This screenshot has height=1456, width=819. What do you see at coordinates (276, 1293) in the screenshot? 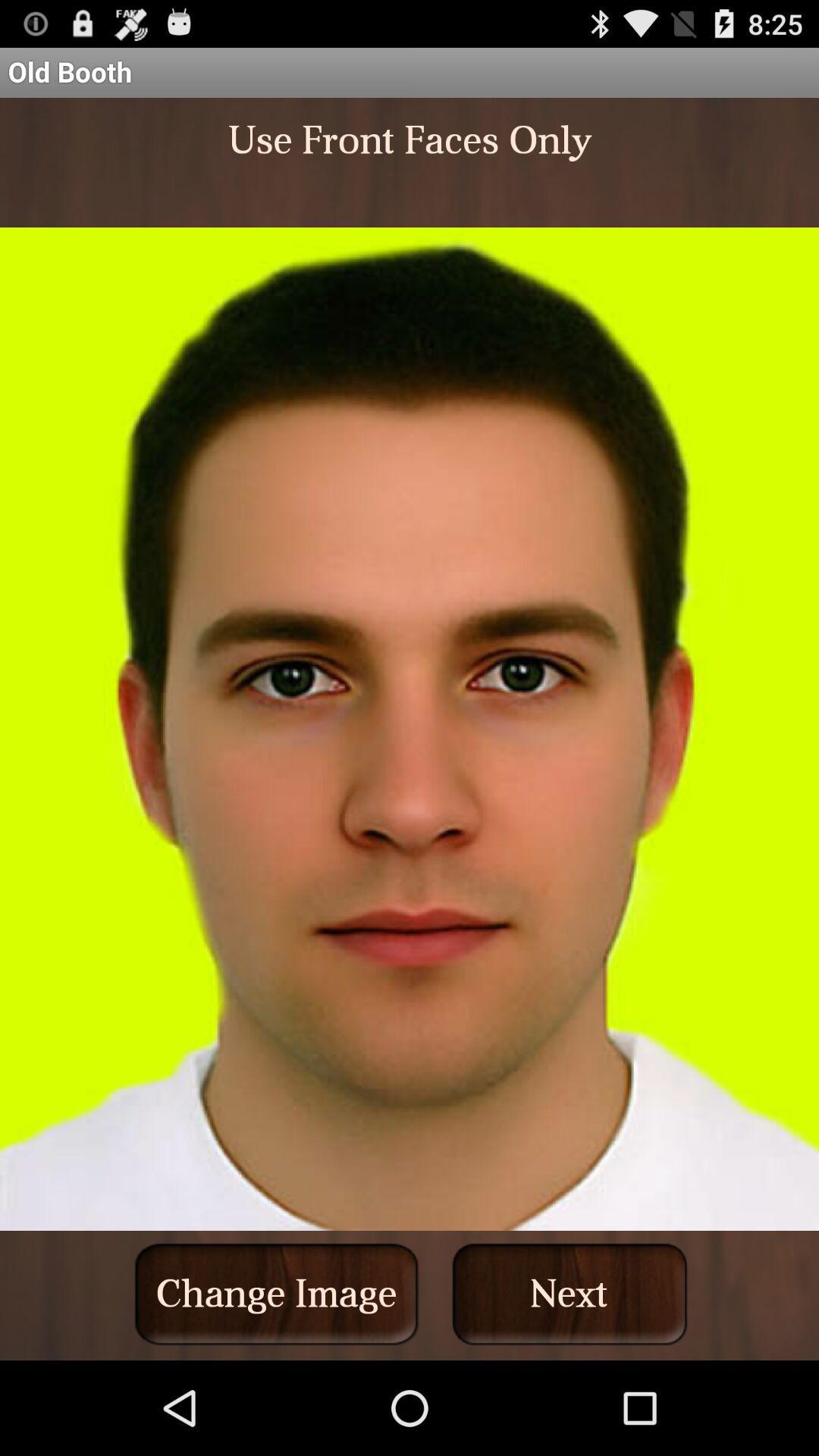
I see `the app below use front faces` at bounding box center [276, 1293].